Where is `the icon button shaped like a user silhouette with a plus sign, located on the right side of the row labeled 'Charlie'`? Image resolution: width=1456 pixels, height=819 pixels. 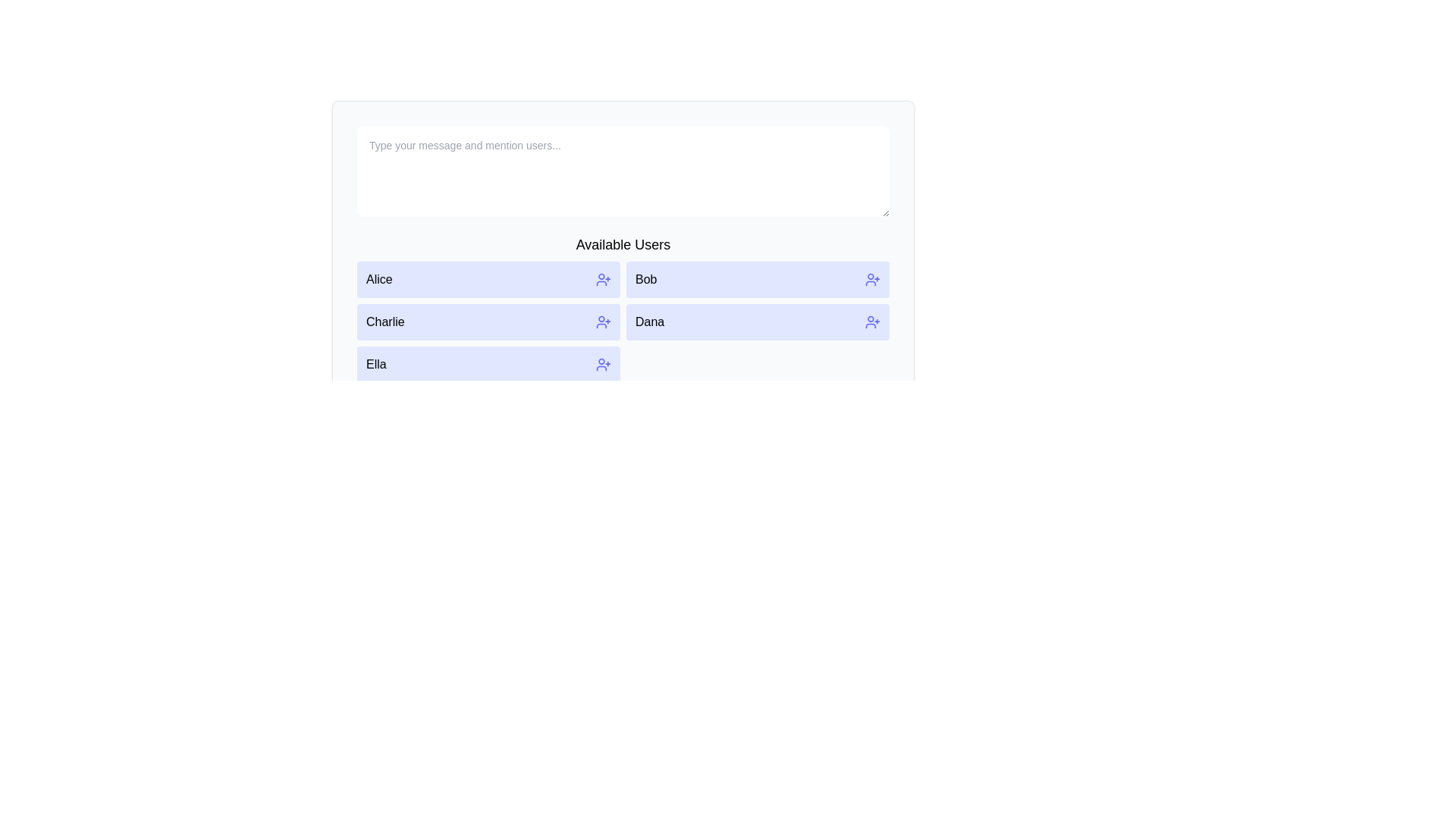
the icon button shaped like a user silhouette with a plus sign, located on the right side of the row labeled 'Charlie' is located at coordinates (603, 321).